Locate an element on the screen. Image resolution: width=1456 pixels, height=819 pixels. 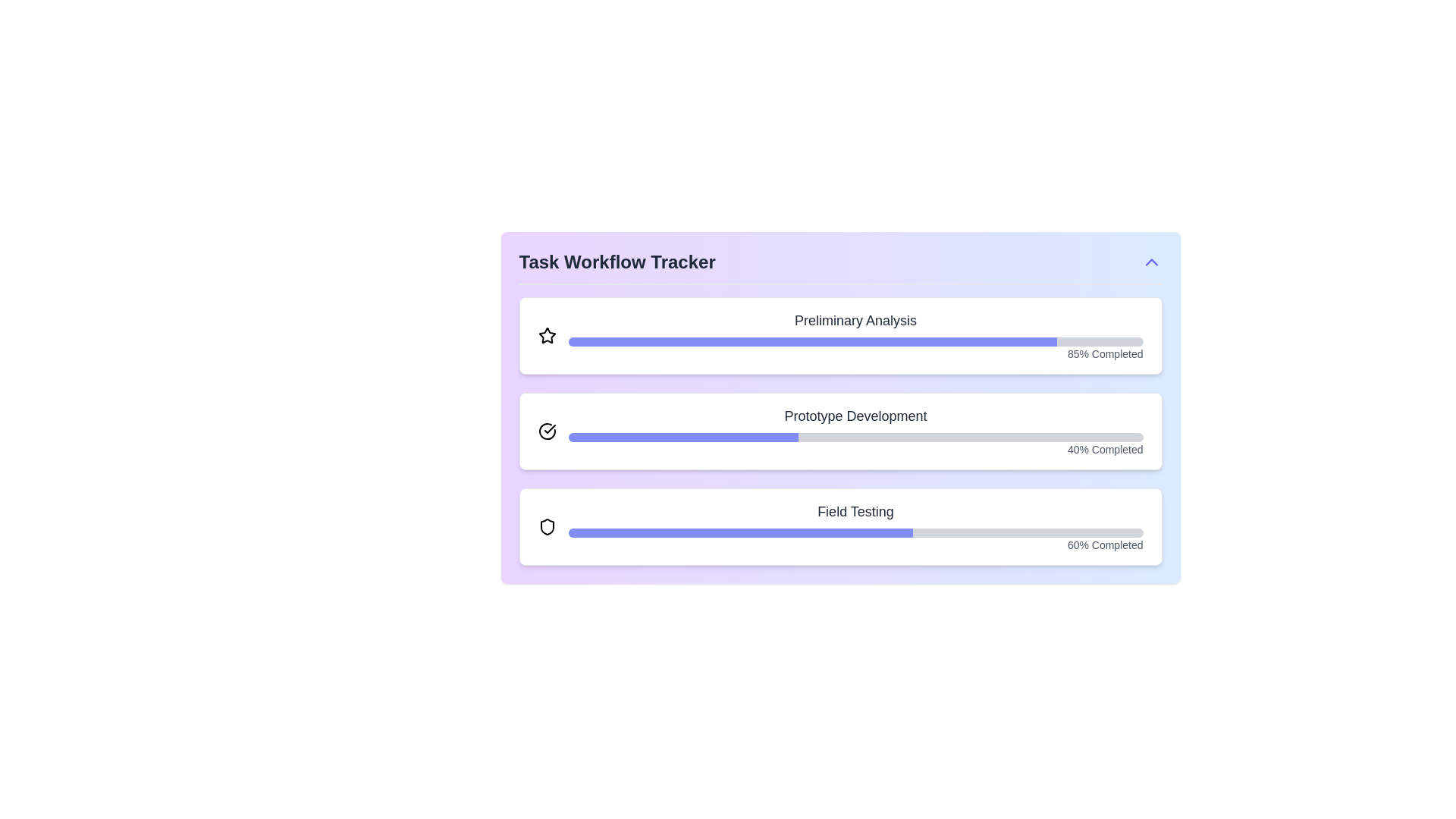
the shield-shaped icon outlined in black, which is positioned on the white rectangular card for 'Field Testing', located at the start of the third row, to the left of the progress bar is located at coordinates (546, 526).